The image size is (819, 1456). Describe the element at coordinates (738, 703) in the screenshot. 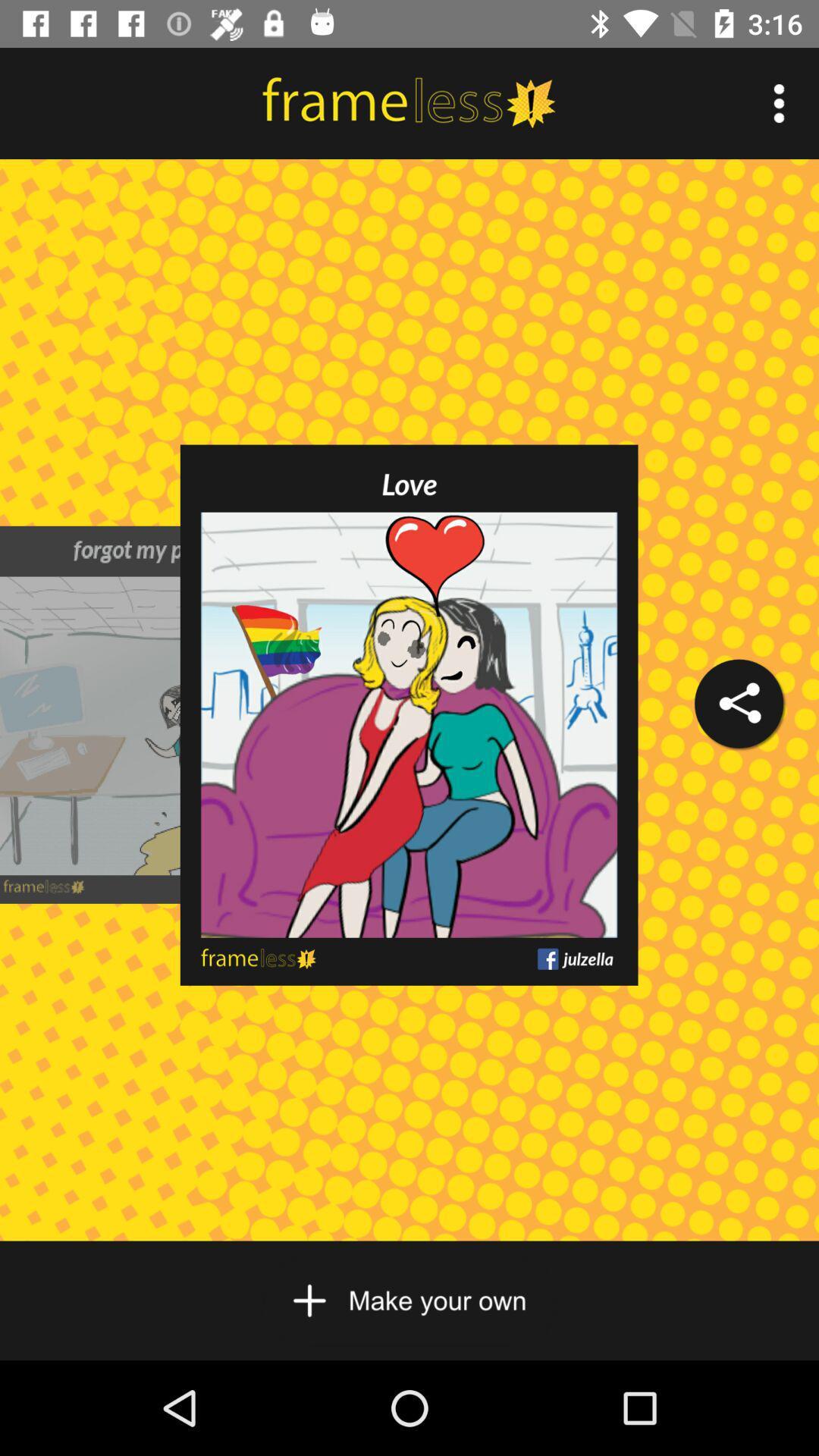

I see `share picture` at that location.